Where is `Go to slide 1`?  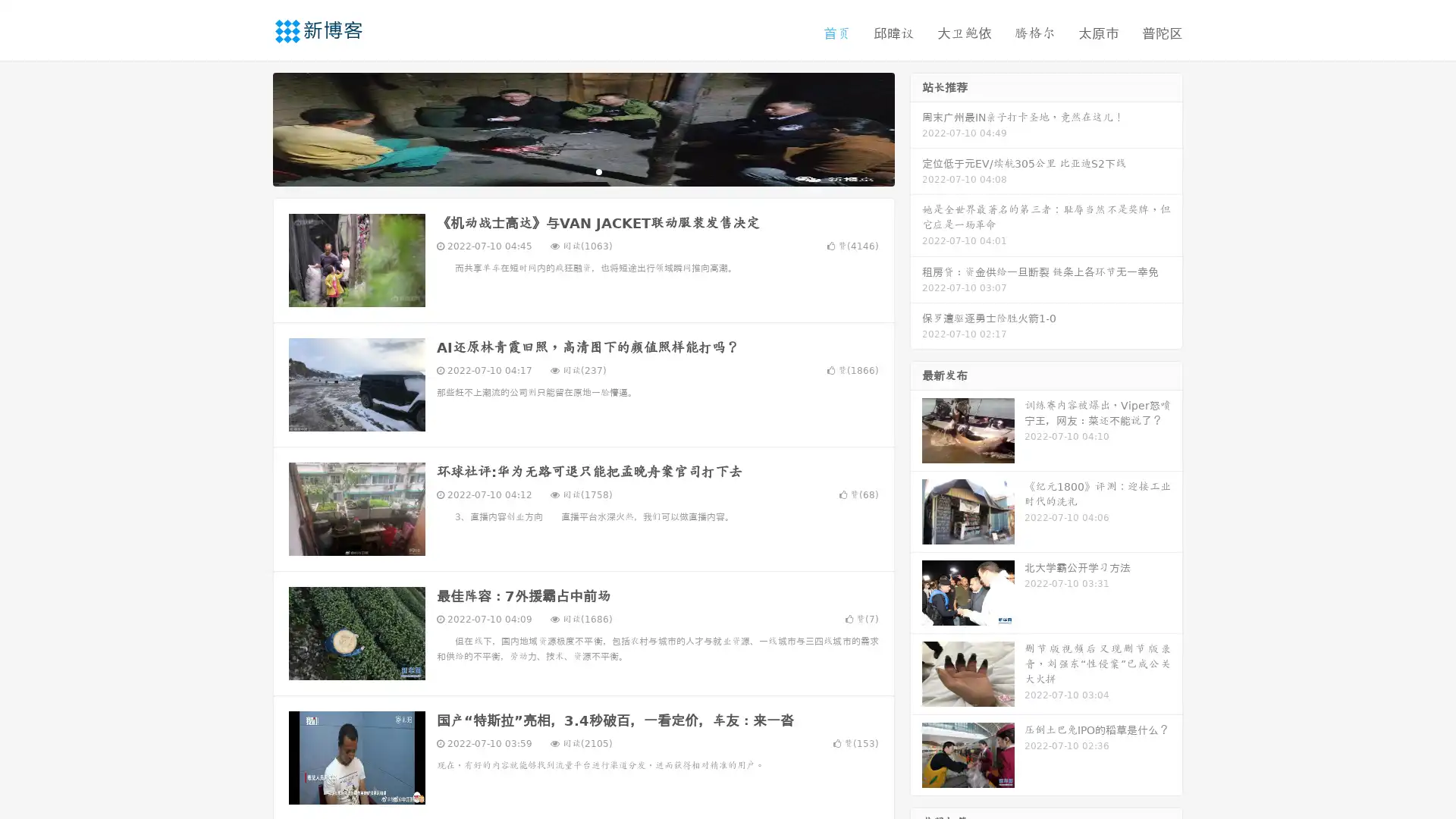
Go to slide 1 is located at coordinates (567, 171).